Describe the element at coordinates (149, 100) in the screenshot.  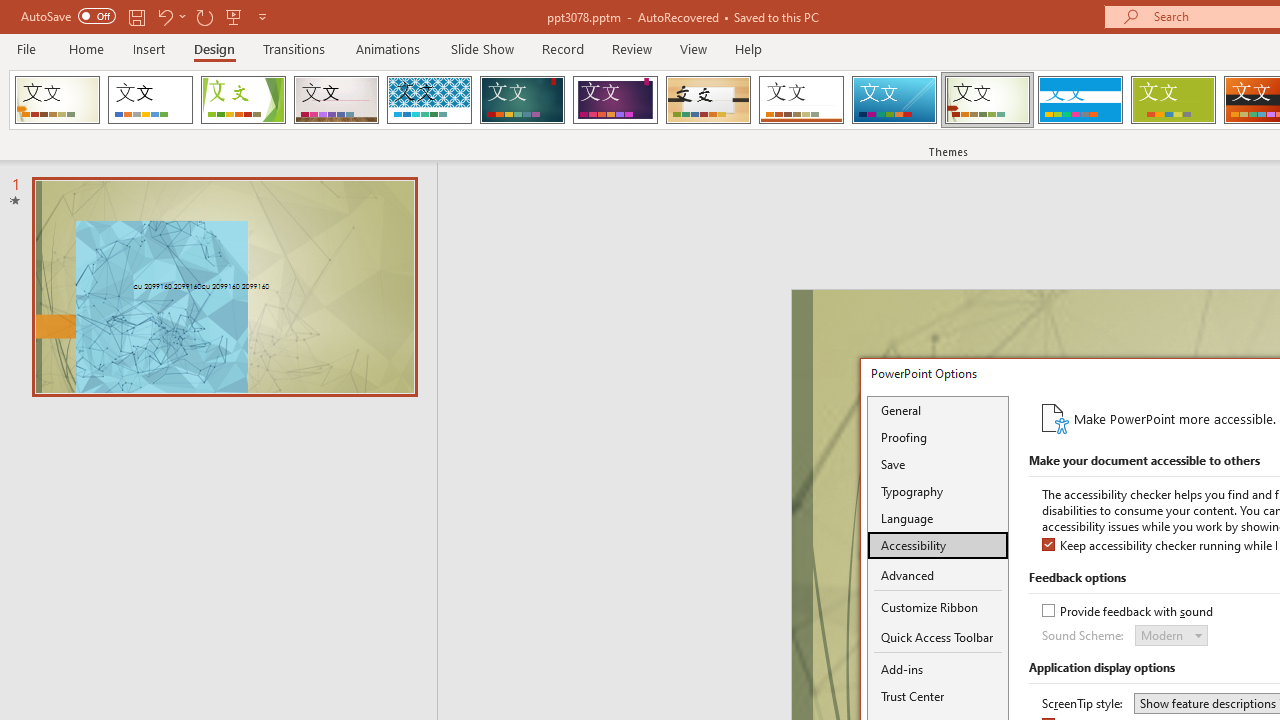
I see `'Office Theme'` at that location.